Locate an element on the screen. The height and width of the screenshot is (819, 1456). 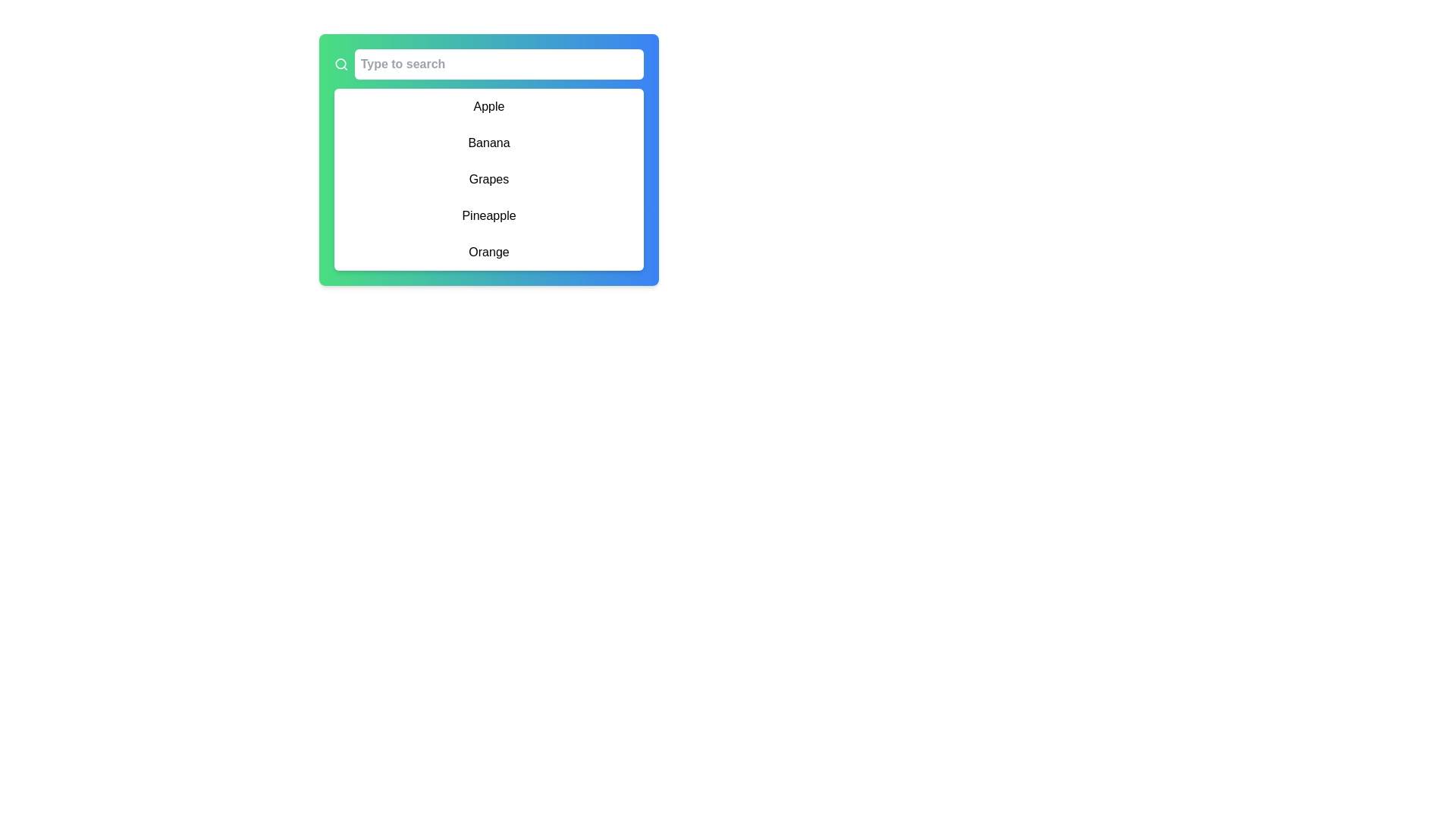
the list item labeled 'Pineapple' in the dropdown menu is located at coordinates (488, 216).